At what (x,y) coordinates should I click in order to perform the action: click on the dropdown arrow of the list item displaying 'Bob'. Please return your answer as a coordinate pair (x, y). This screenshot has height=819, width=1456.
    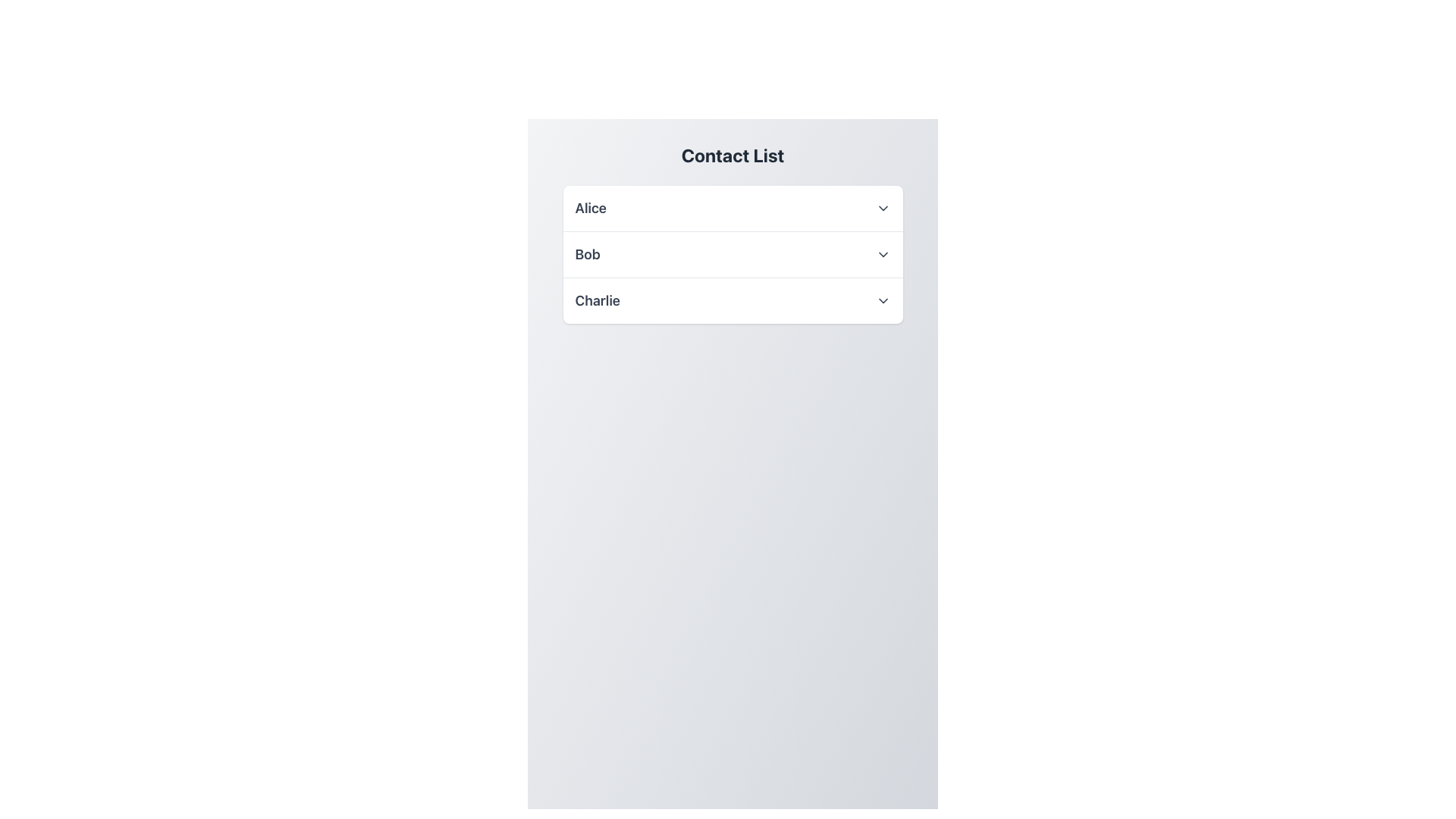
    Looking at the image, I should click on (733, 253).